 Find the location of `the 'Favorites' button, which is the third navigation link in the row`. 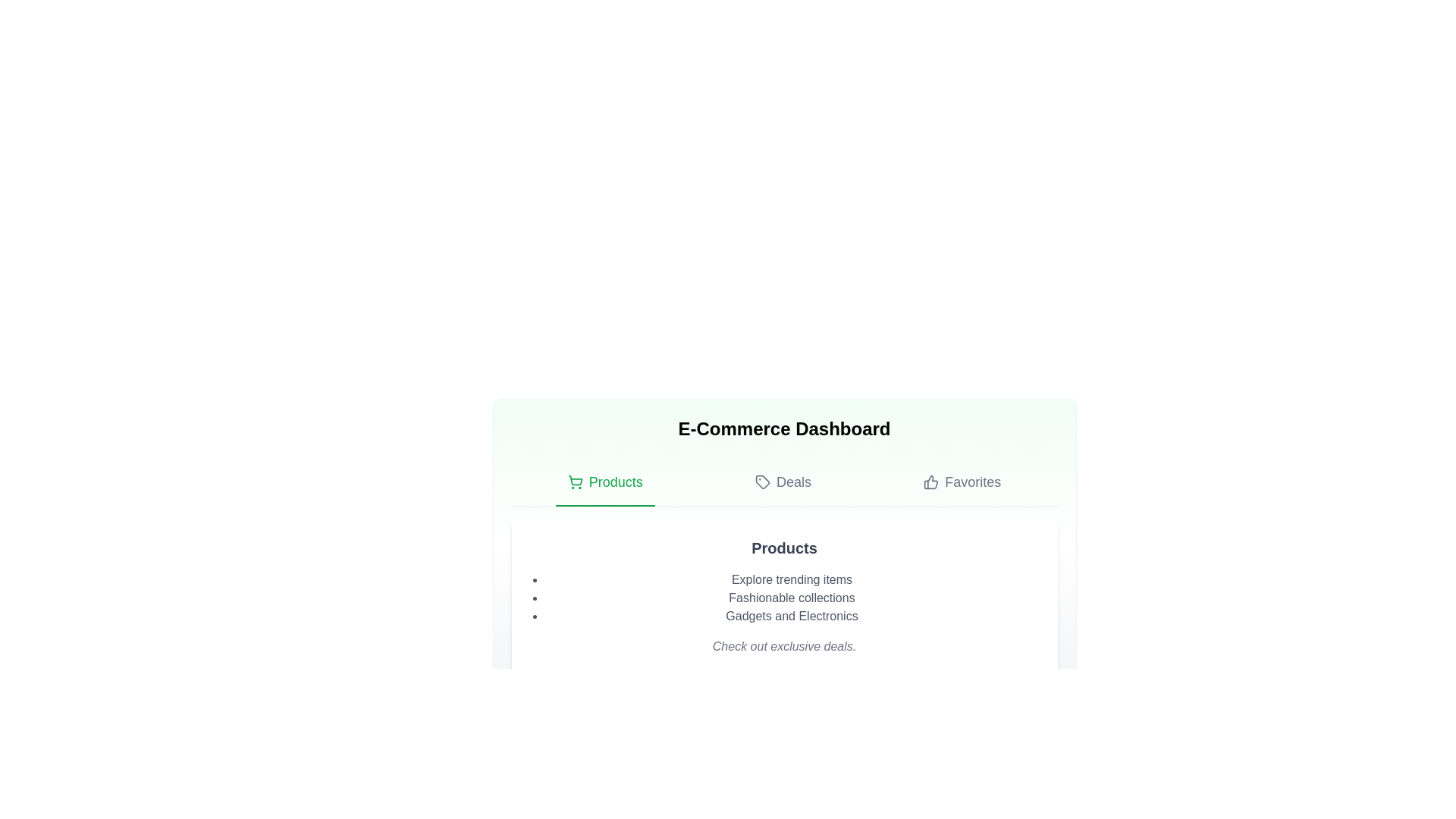

the 'Favorites' button, which is the third navigation link in the row is located at coordinates (962, 482).